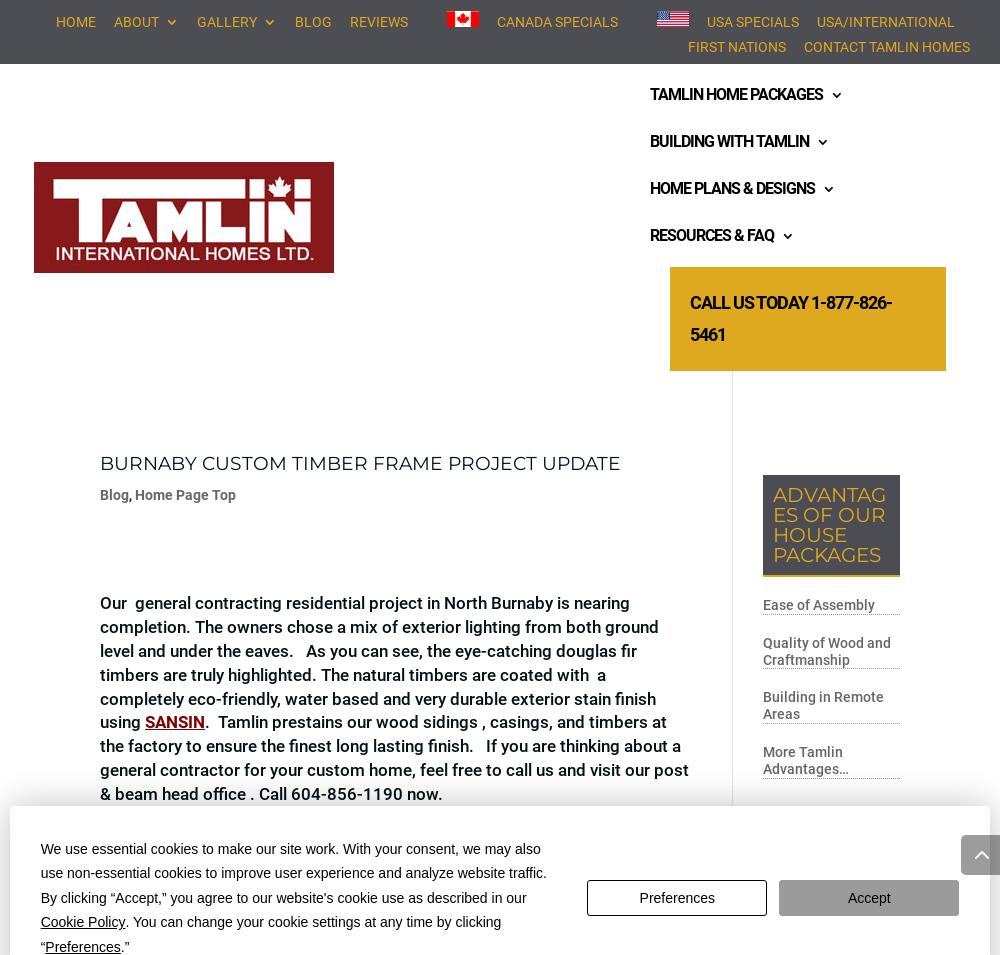 The image size is (1000, 955). What do you see at coordinates (491, 337) in the screenshot?
I see `'Roof System'` at bounding box center [491, 337].